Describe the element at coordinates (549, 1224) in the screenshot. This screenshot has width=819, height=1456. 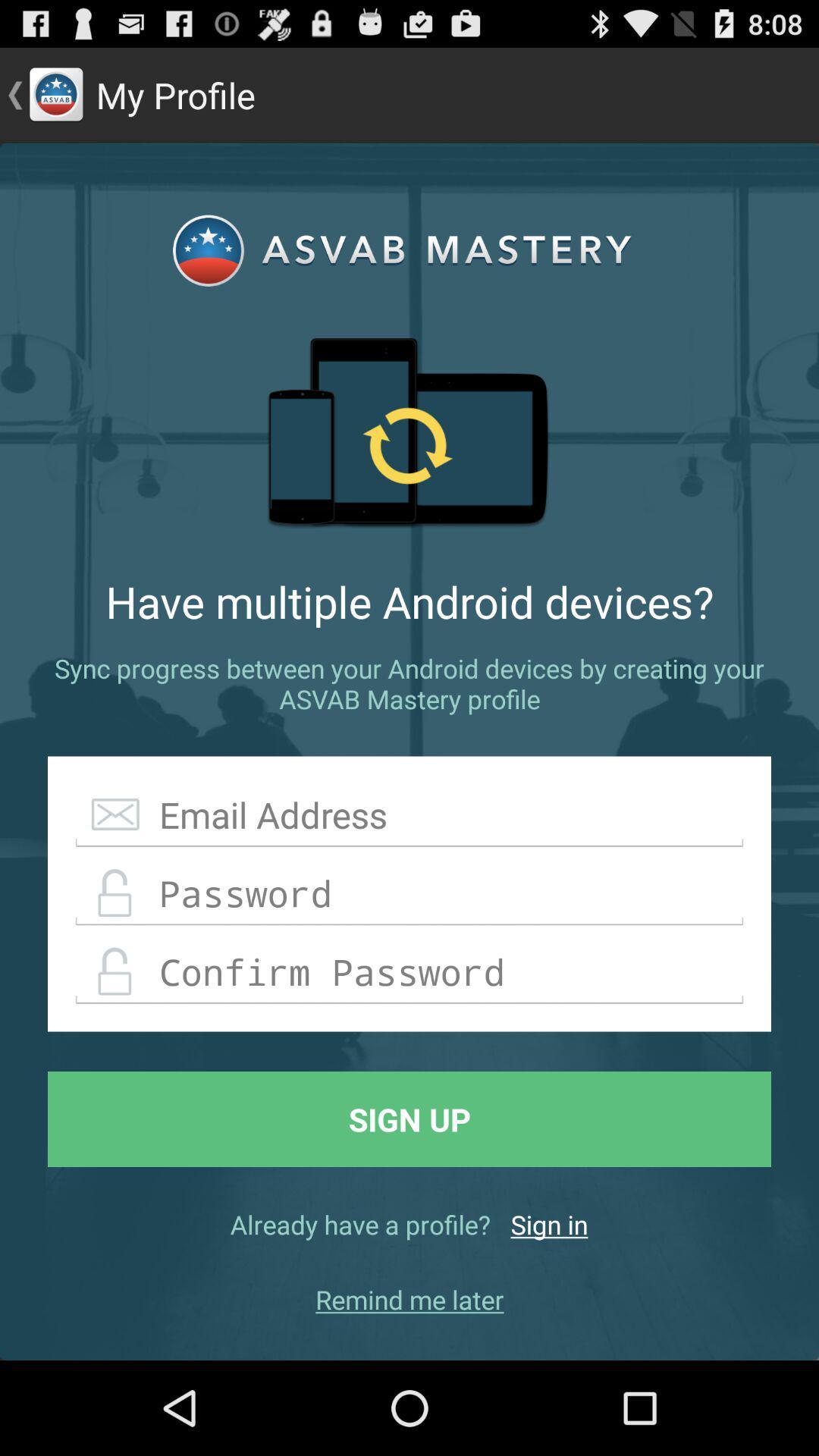
I see `sign in icon` at that location.